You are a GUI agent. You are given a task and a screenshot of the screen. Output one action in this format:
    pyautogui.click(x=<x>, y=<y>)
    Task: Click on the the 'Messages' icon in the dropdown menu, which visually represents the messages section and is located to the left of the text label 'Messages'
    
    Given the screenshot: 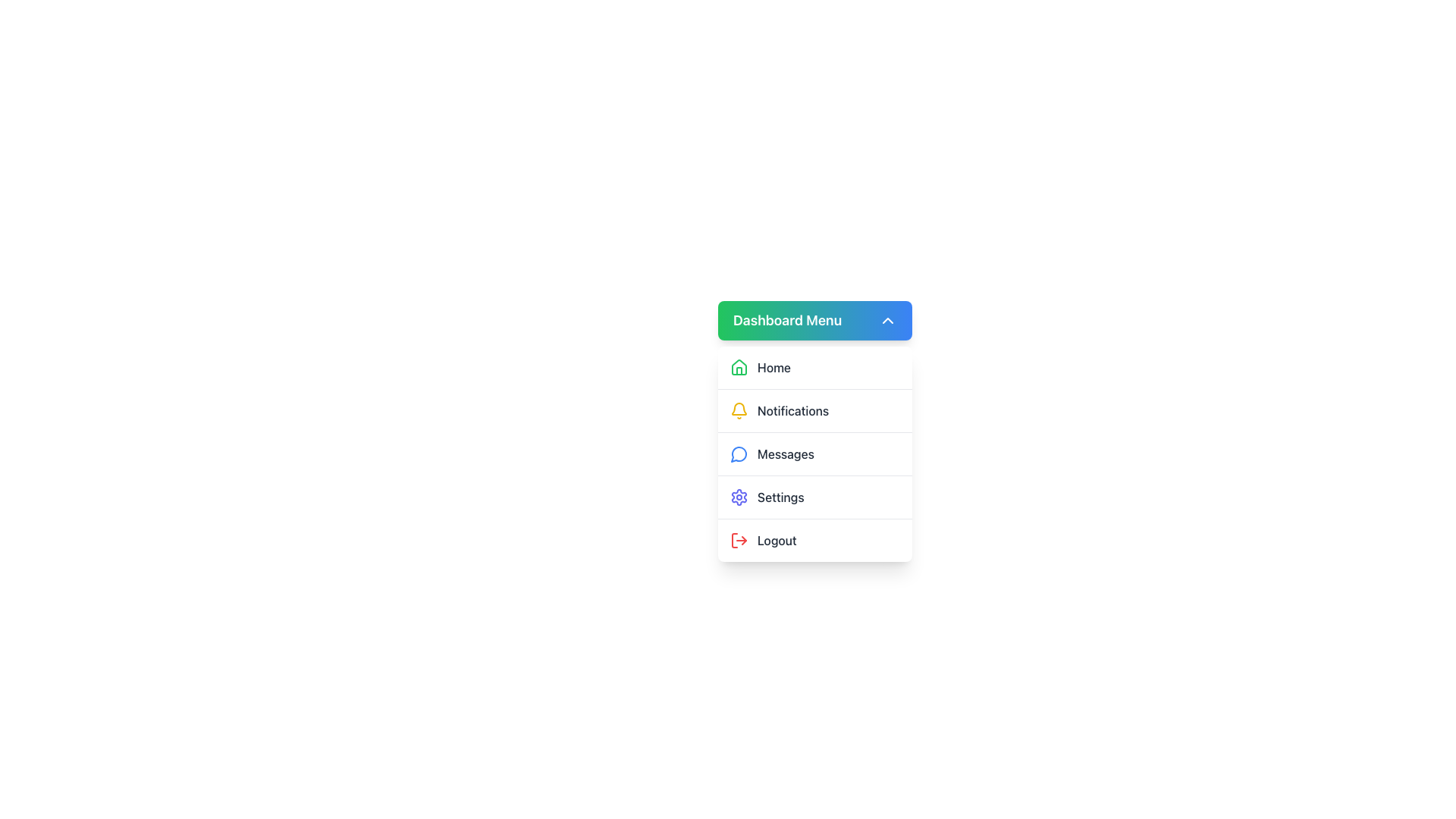 What is the action you would take?
    pyautogui.click(x=739, y=453)
    